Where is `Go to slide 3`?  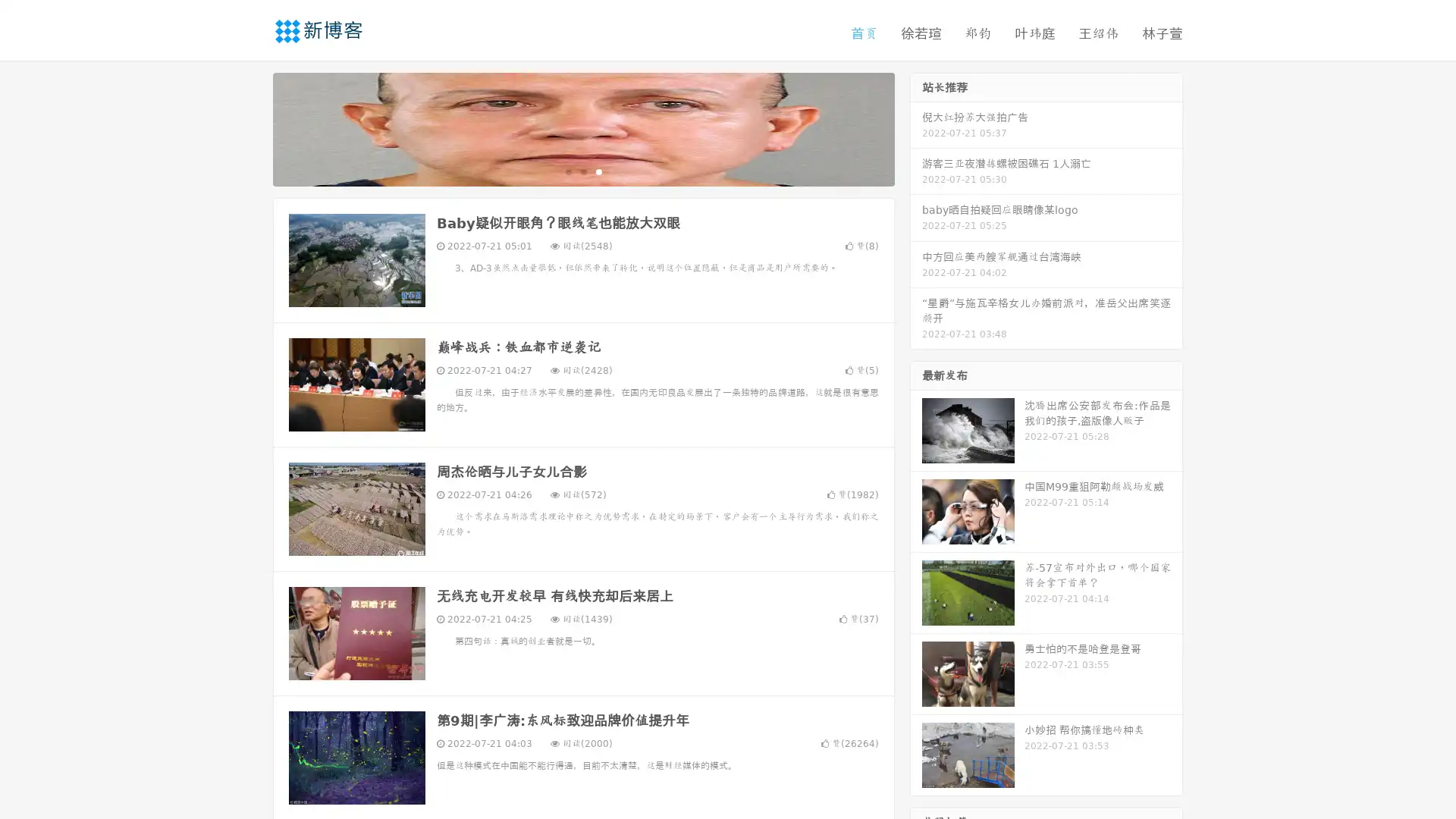 Go to slide 3 is located at coordinates (598, 171).